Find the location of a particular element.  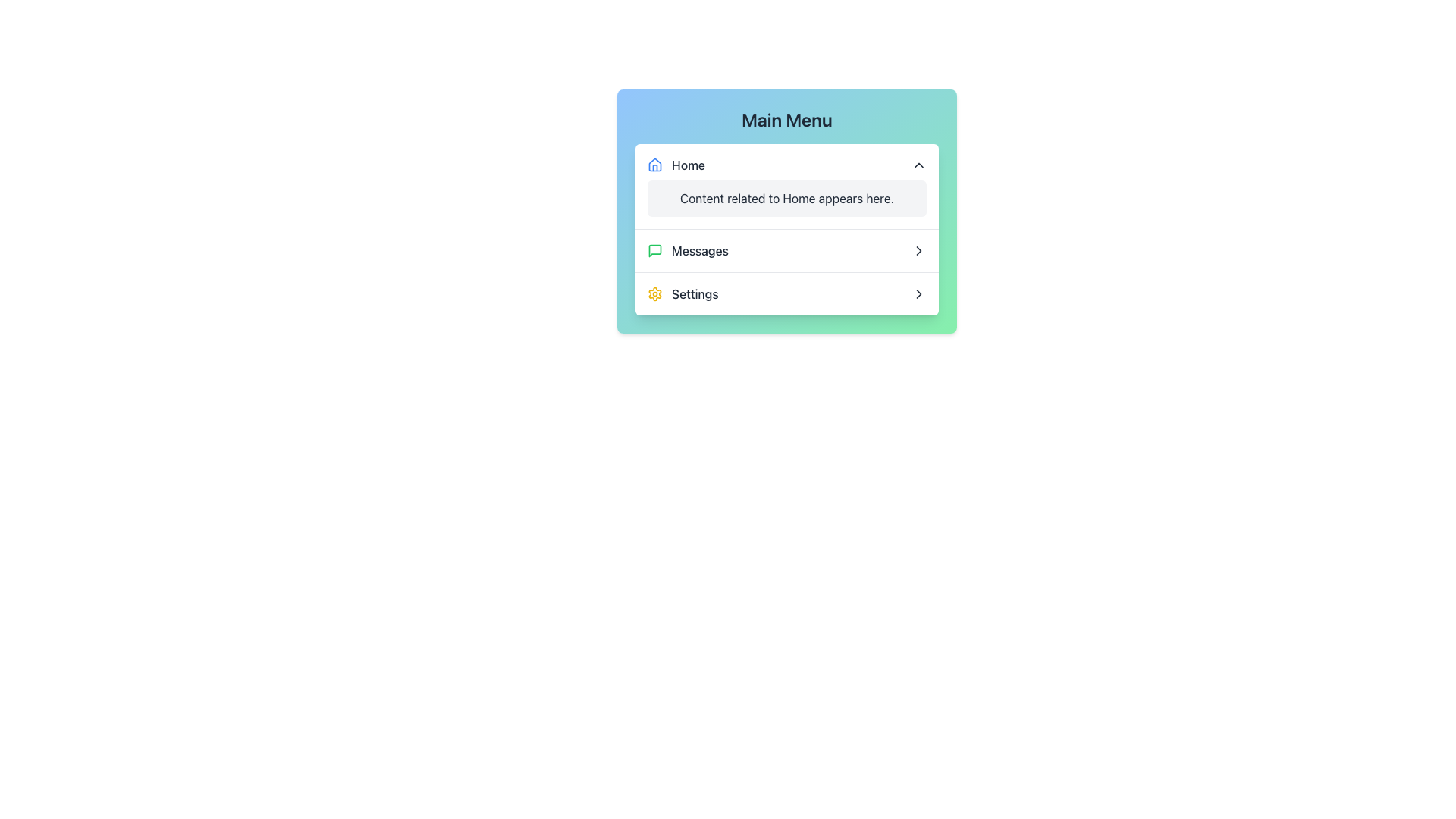

the icon located at the right end of the 'Settings' row in the menu interface is located at coordinates (918, 294).